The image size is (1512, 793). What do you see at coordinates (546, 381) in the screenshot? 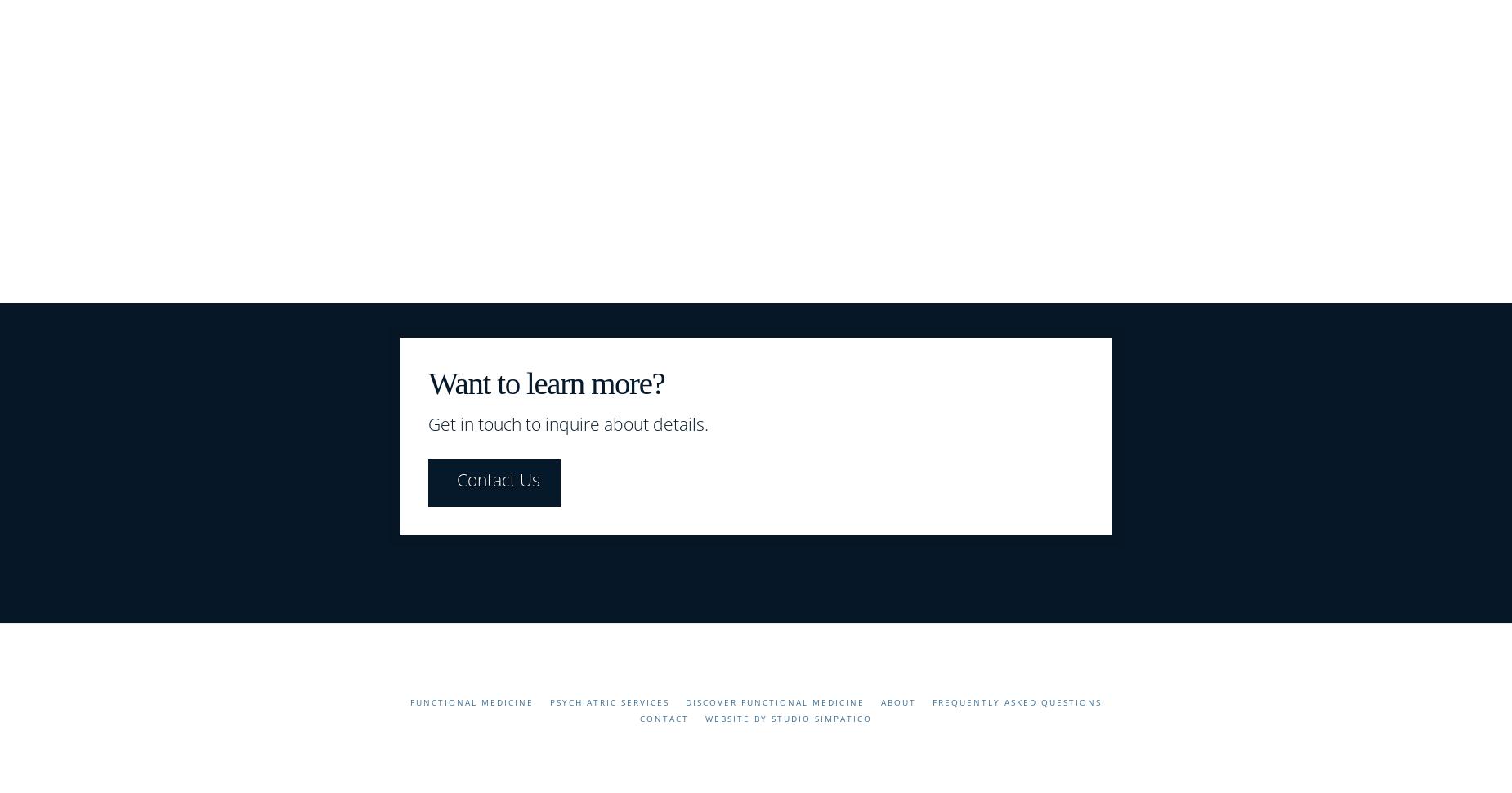
I see `'Want to learn more?'` at bounding box center [546, 381].